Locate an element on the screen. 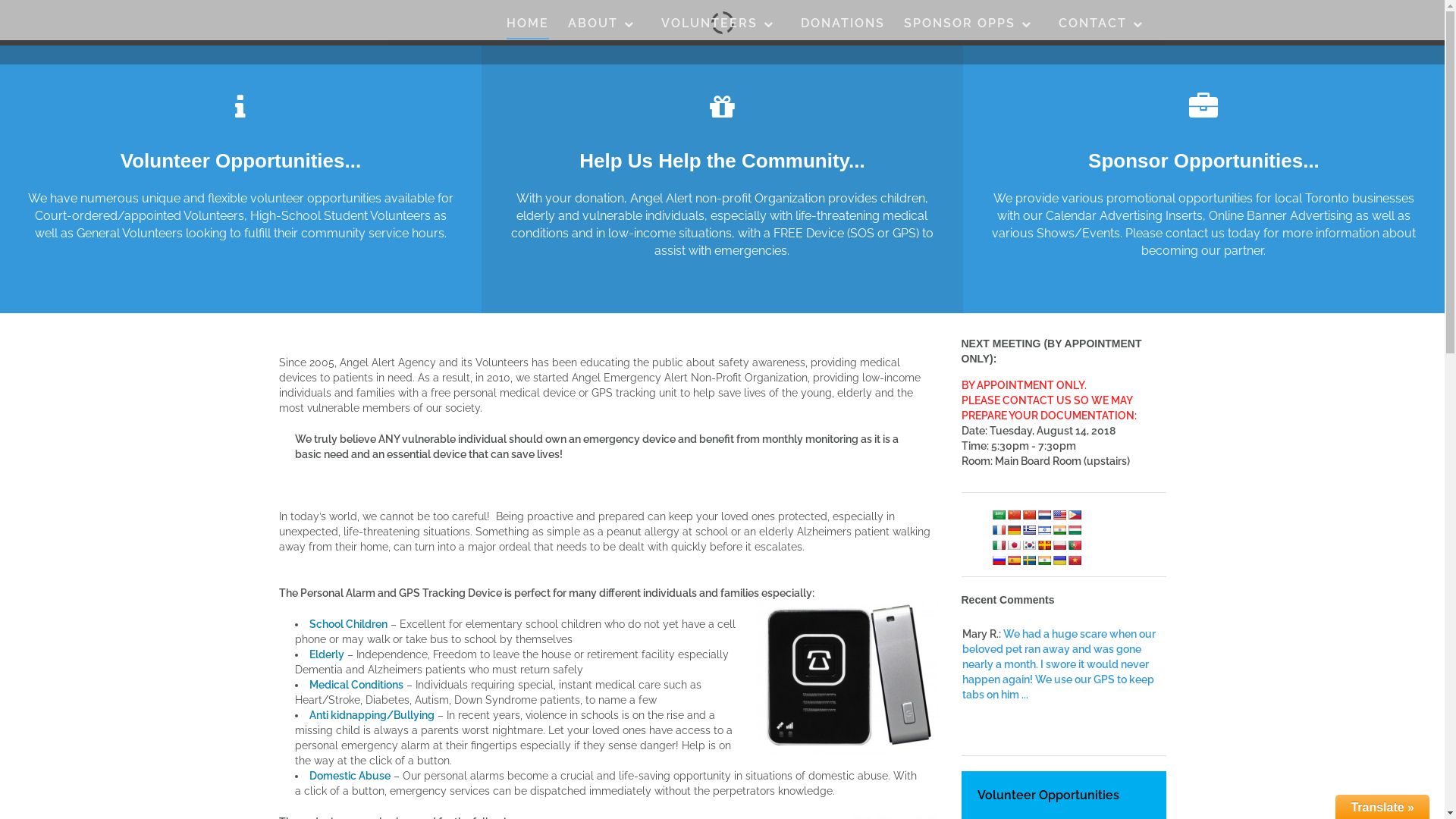  'German' is located at coordinates (1014, 529).